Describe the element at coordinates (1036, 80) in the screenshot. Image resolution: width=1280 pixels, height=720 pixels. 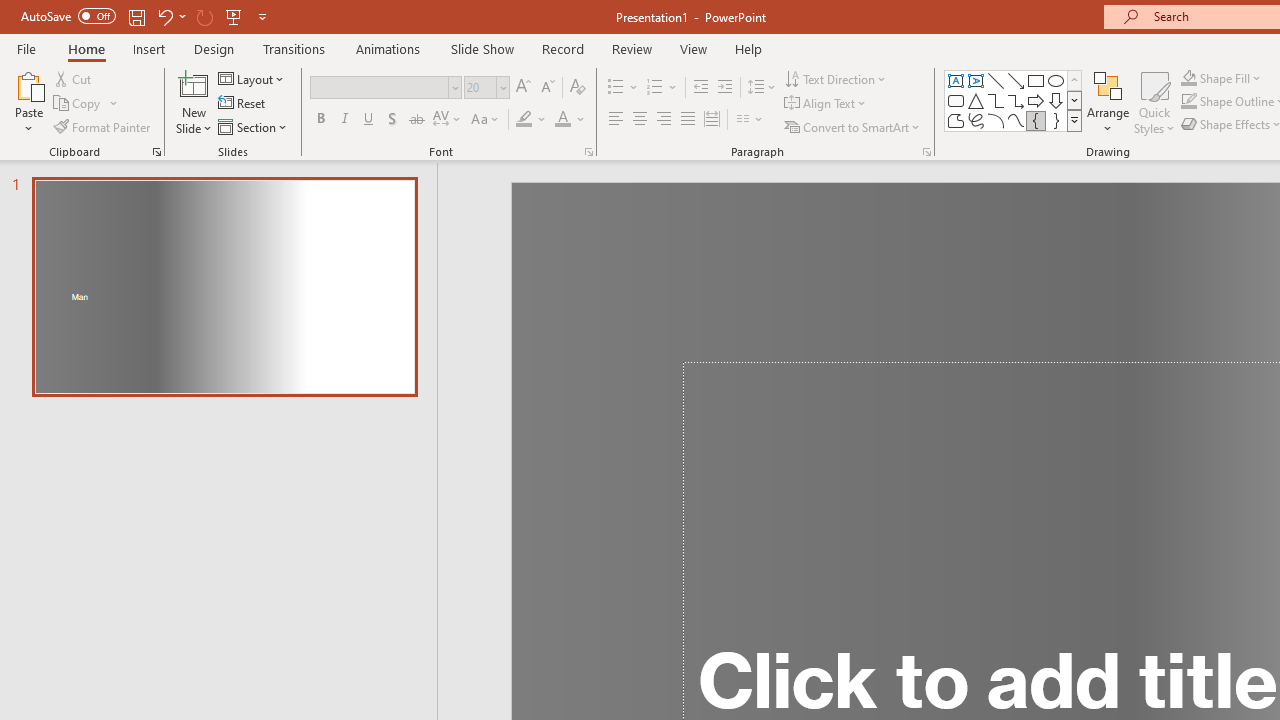
I see `'Rectangle'` at that location.